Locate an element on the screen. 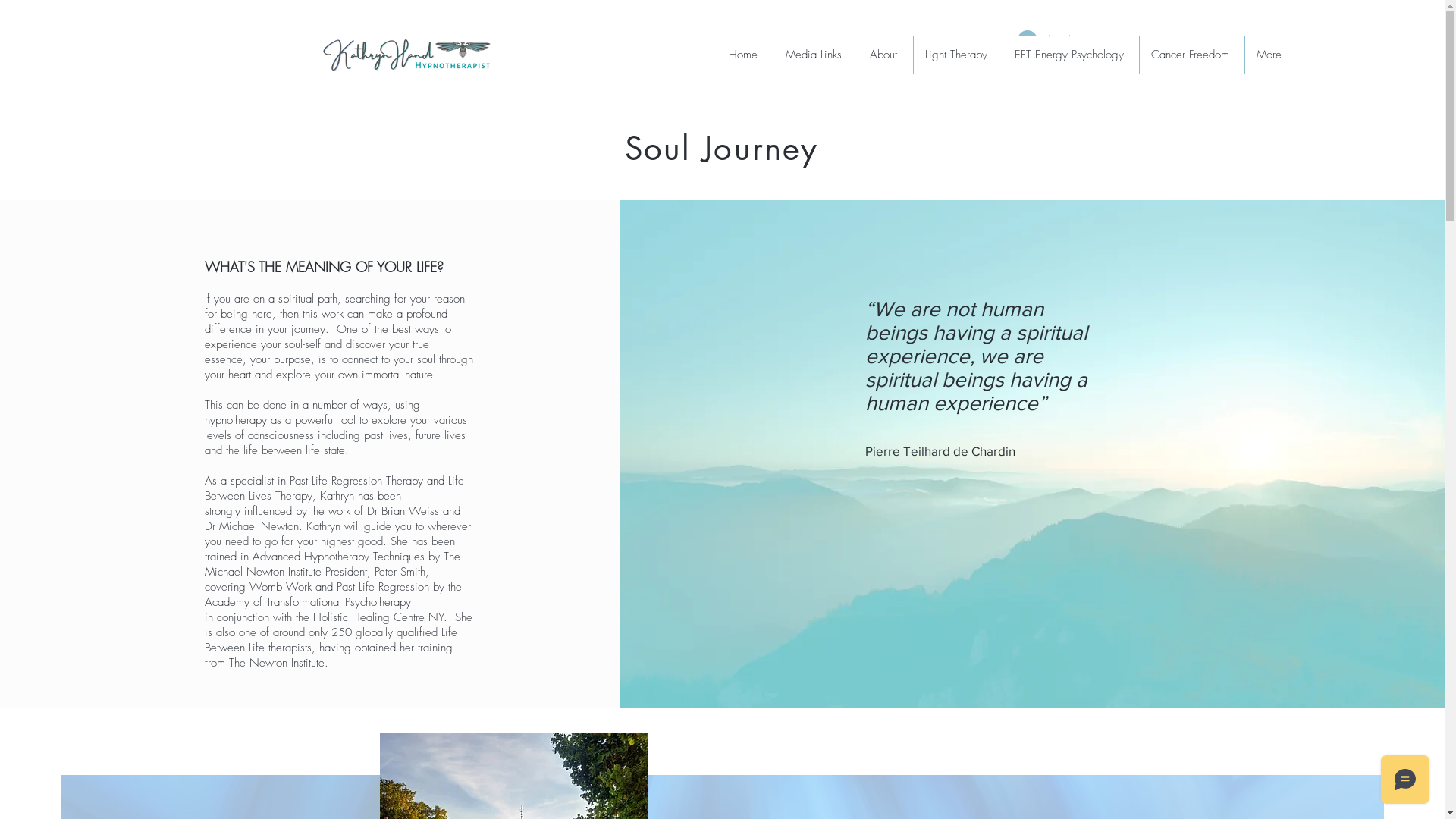  'EFT Energy Psychology' is located at coordinates (1069, 54).